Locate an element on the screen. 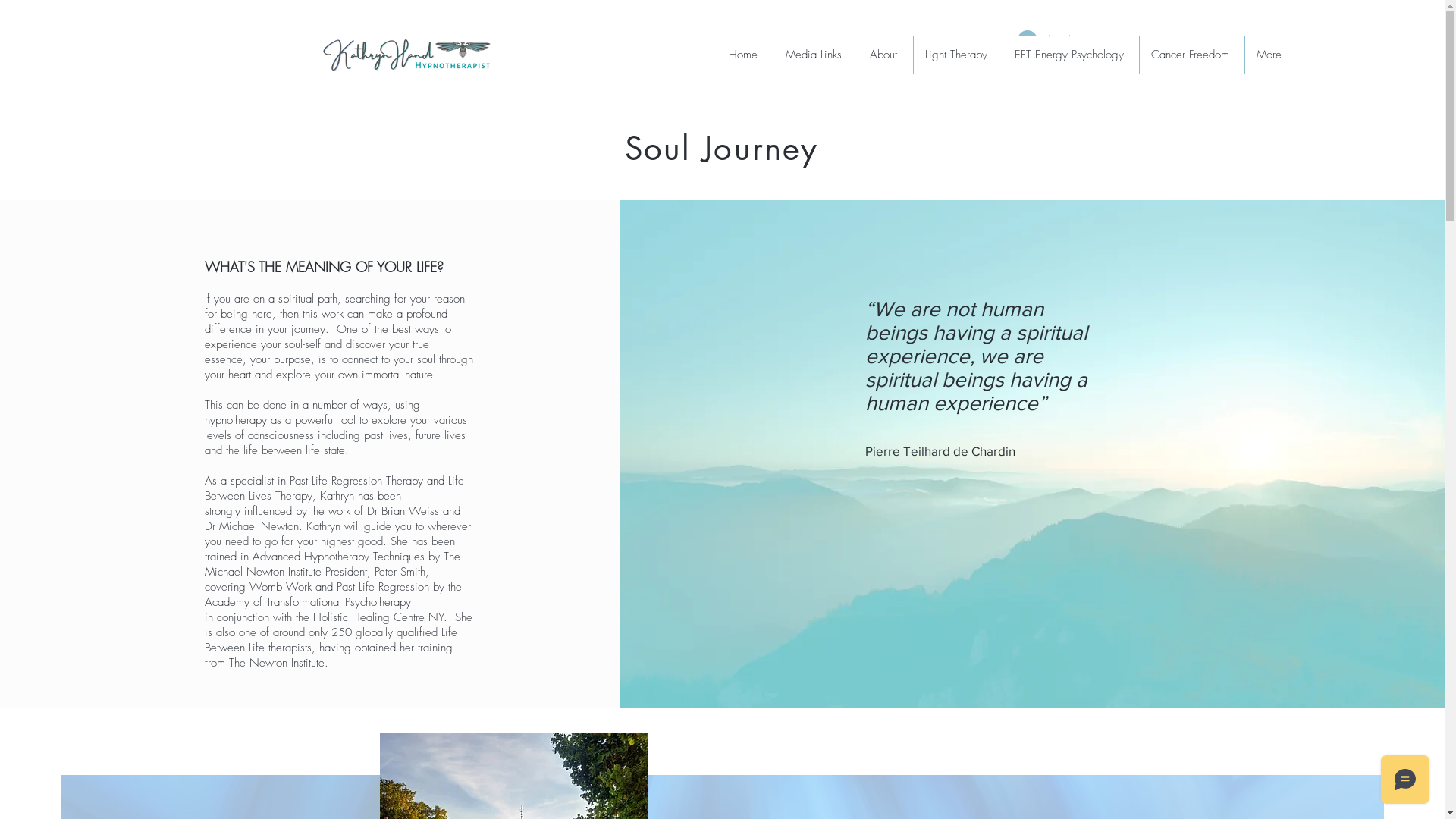  'EFT Energy Psychology' is located at coordinates (1069, 54).